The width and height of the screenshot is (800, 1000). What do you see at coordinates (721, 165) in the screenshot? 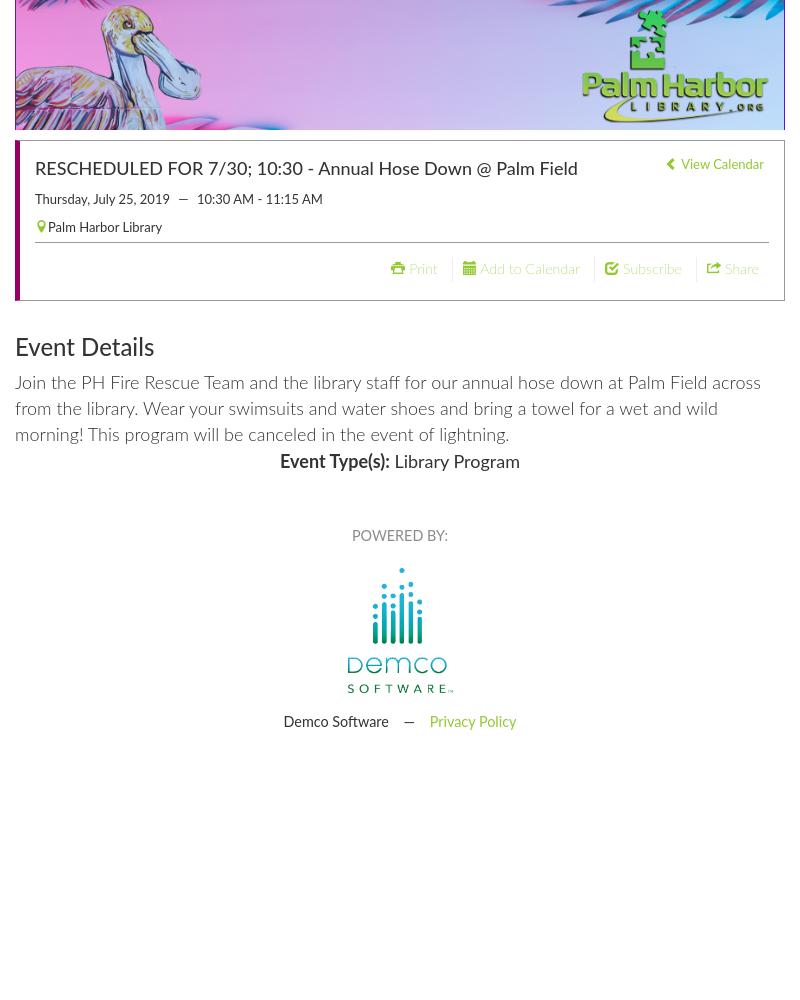
I see `'View Calendar'` at bounding box center [721, 165].